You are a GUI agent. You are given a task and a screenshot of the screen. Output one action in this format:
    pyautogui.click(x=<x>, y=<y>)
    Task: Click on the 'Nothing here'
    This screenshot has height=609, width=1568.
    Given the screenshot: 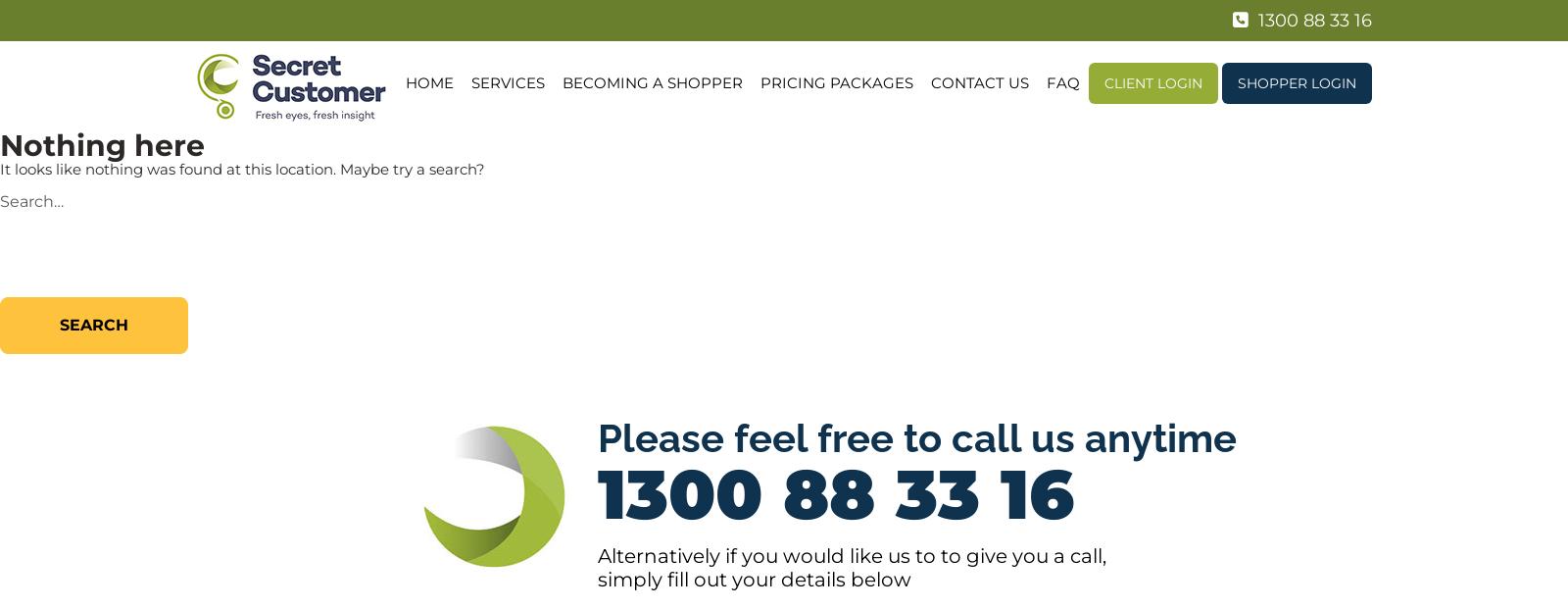 What is the action you would take?
    pyautogui.click(x=101, y=144)
    